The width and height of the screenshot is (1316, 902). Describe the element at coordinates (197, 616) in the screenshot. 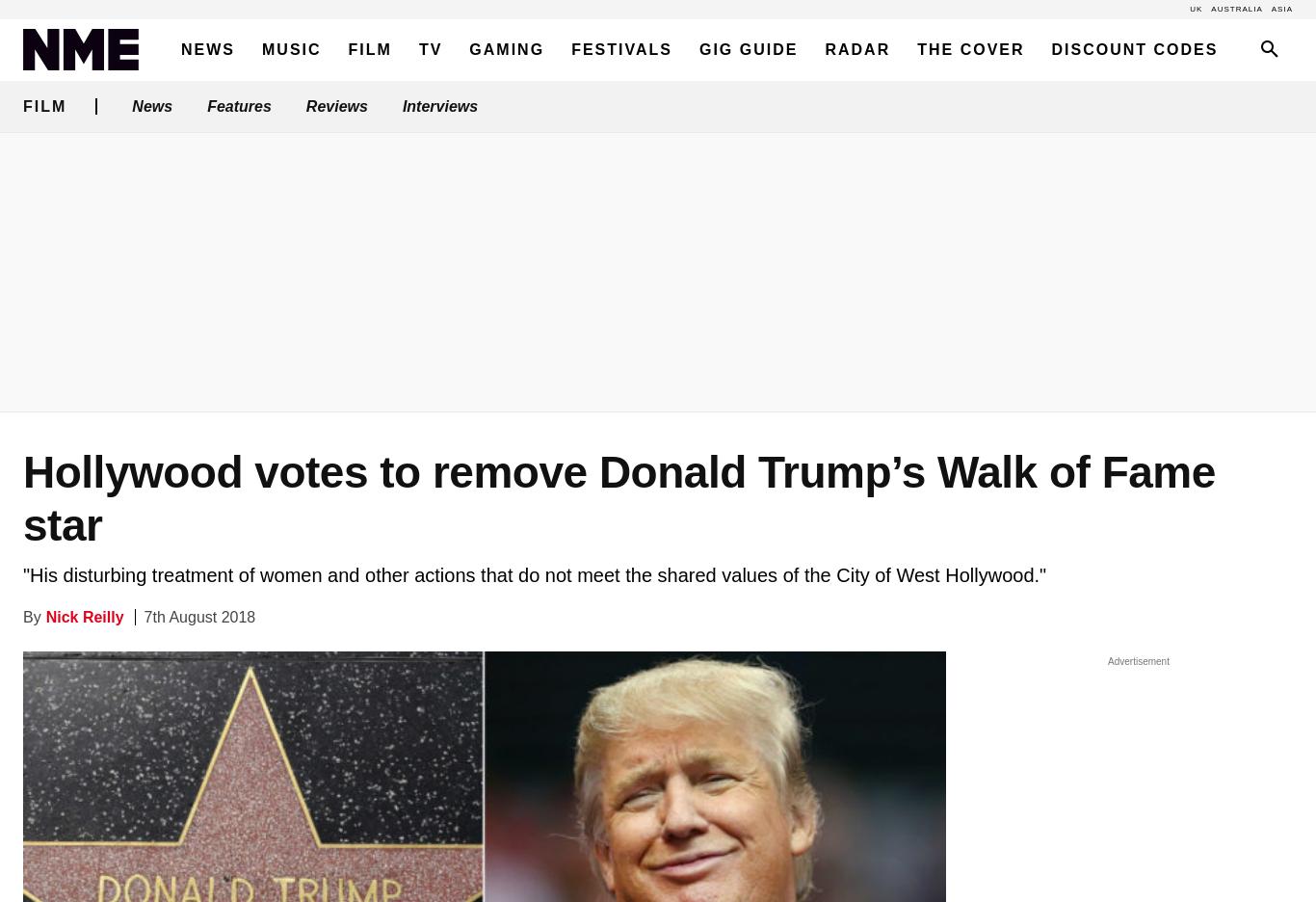

I see `'7th August 2018'` at that location.